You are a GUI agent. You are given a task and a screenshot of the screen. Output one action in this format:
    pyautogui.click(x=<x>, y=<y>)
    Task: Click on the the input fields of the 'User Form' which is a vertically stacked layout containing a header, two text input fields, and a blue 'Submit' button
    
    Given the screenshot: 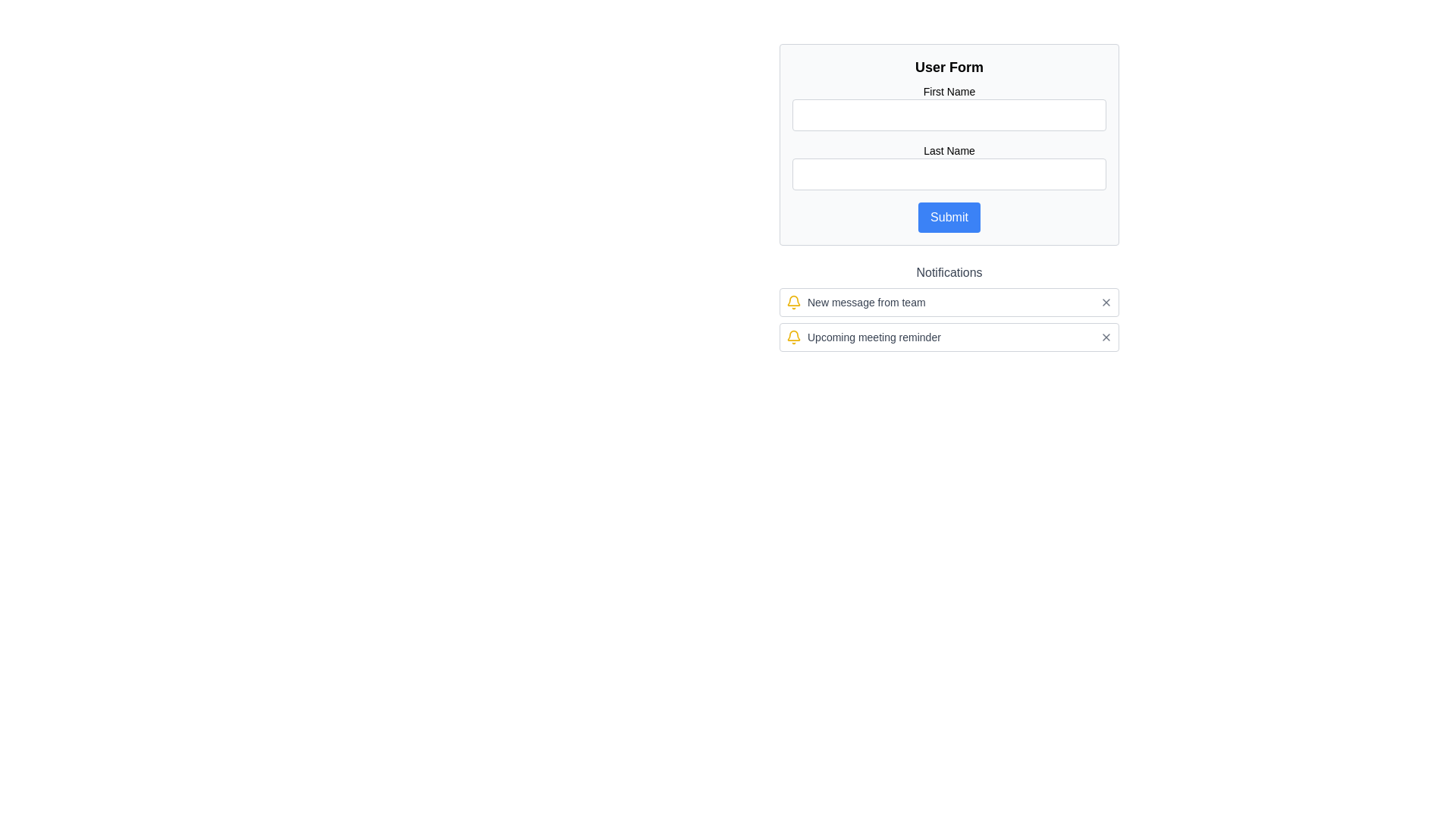 What is the action you would take?
    pyautogui.click(x=949, y=145)
    